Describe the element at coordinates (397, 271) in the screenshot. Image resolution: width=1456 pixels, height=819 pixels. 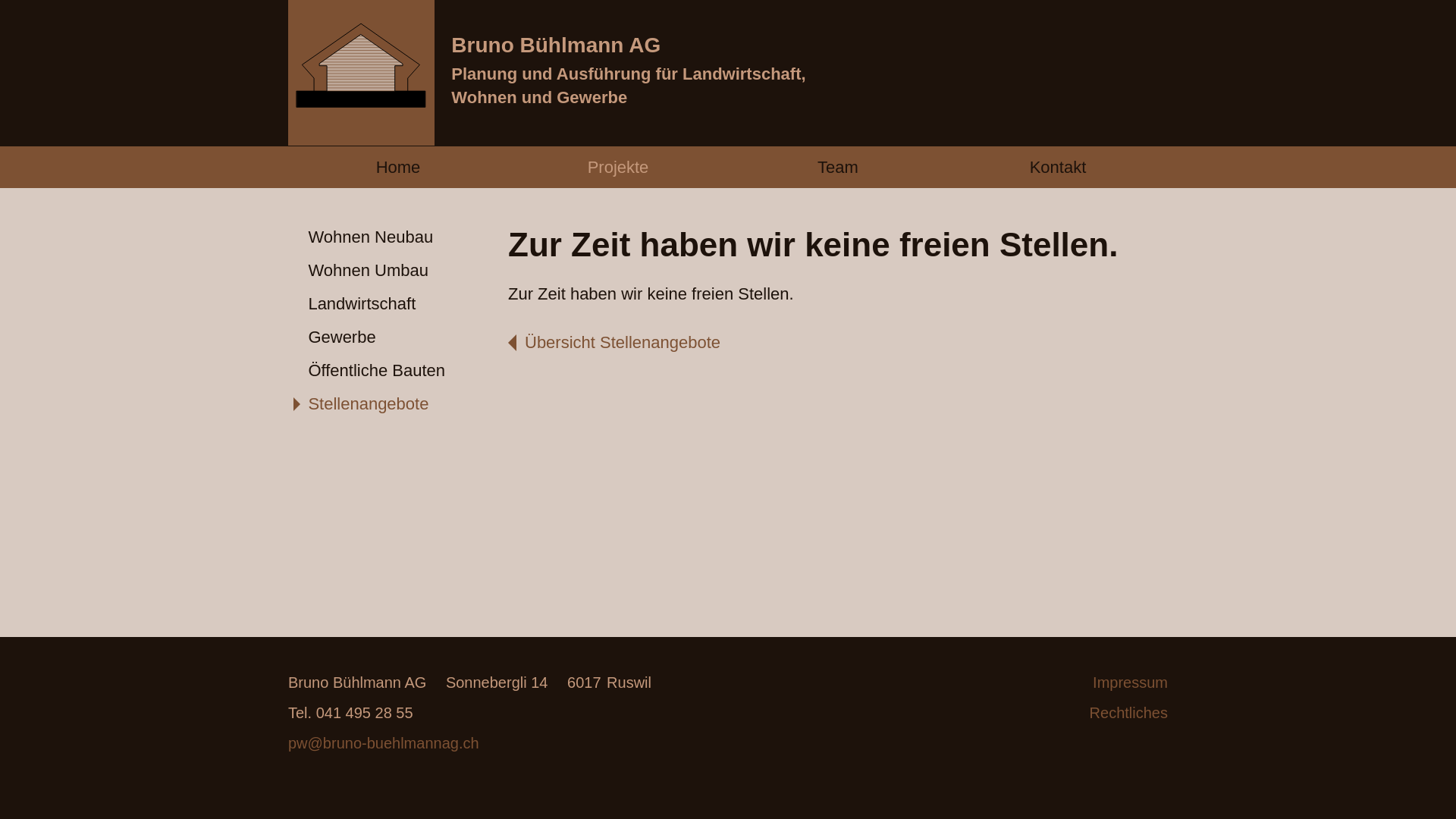
I see `'Wohnen Umbau'` at that location.